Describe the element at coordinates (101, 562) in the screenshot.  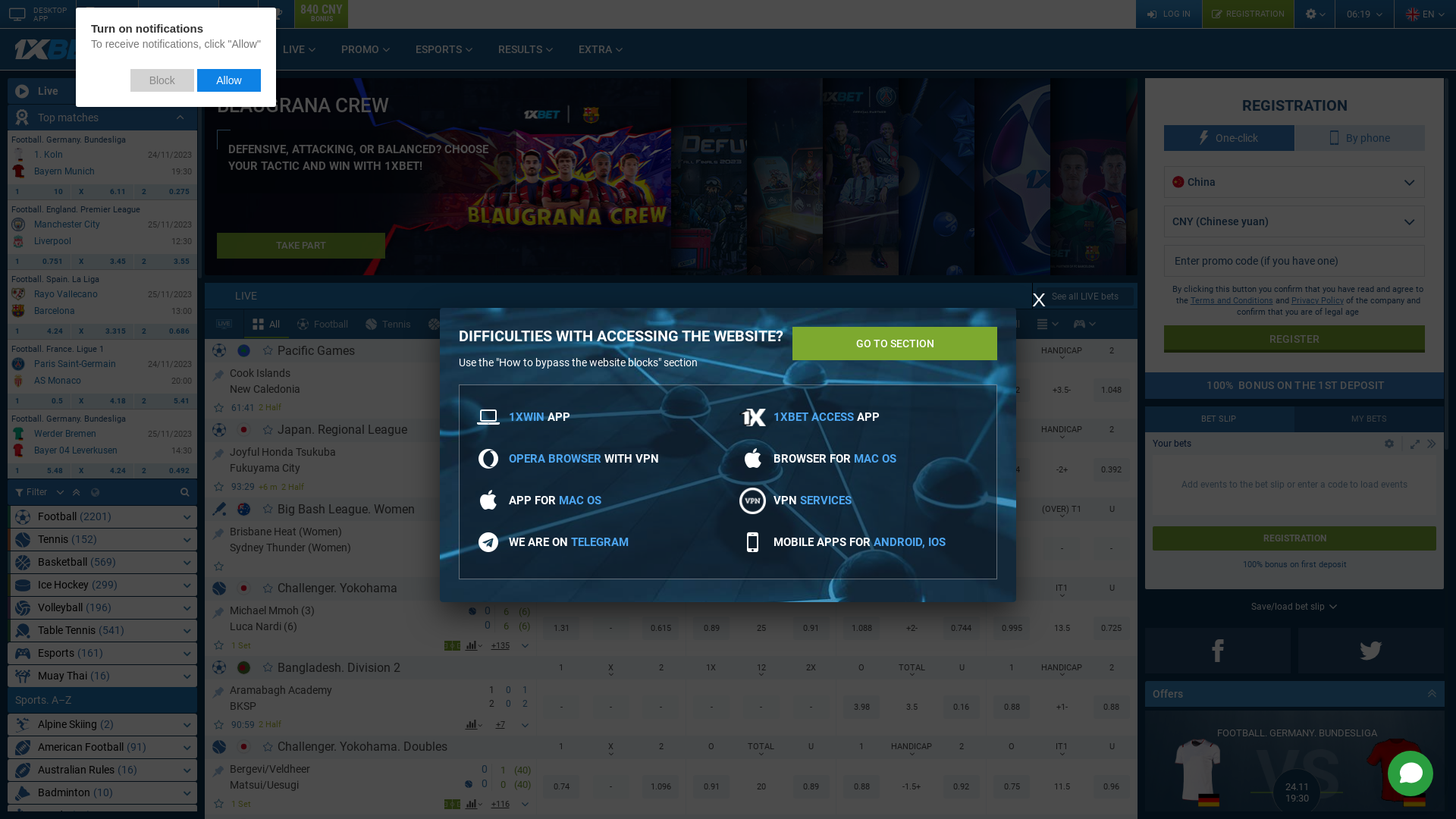
I see `'Basketball` at that location.